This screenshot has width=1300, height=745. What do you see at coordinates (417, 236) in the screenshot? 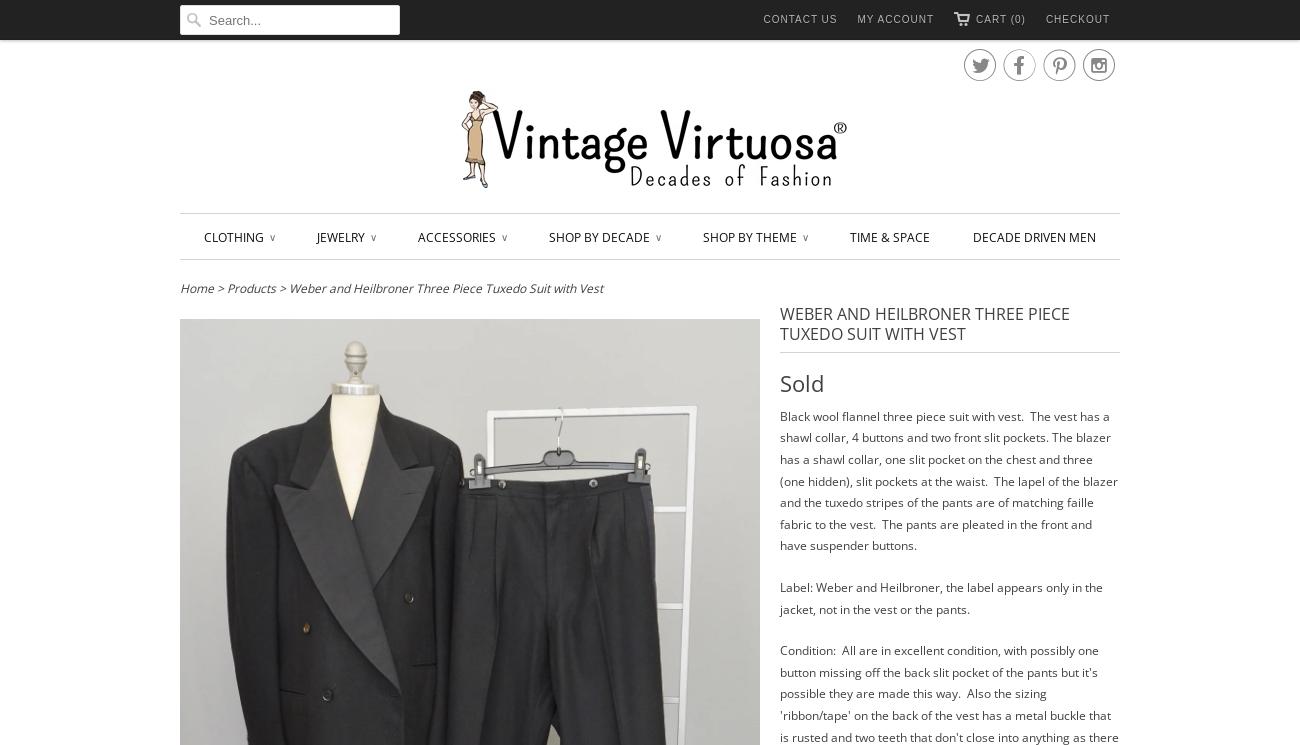
I see `'Accessories'` at bounding box center [417, 236].